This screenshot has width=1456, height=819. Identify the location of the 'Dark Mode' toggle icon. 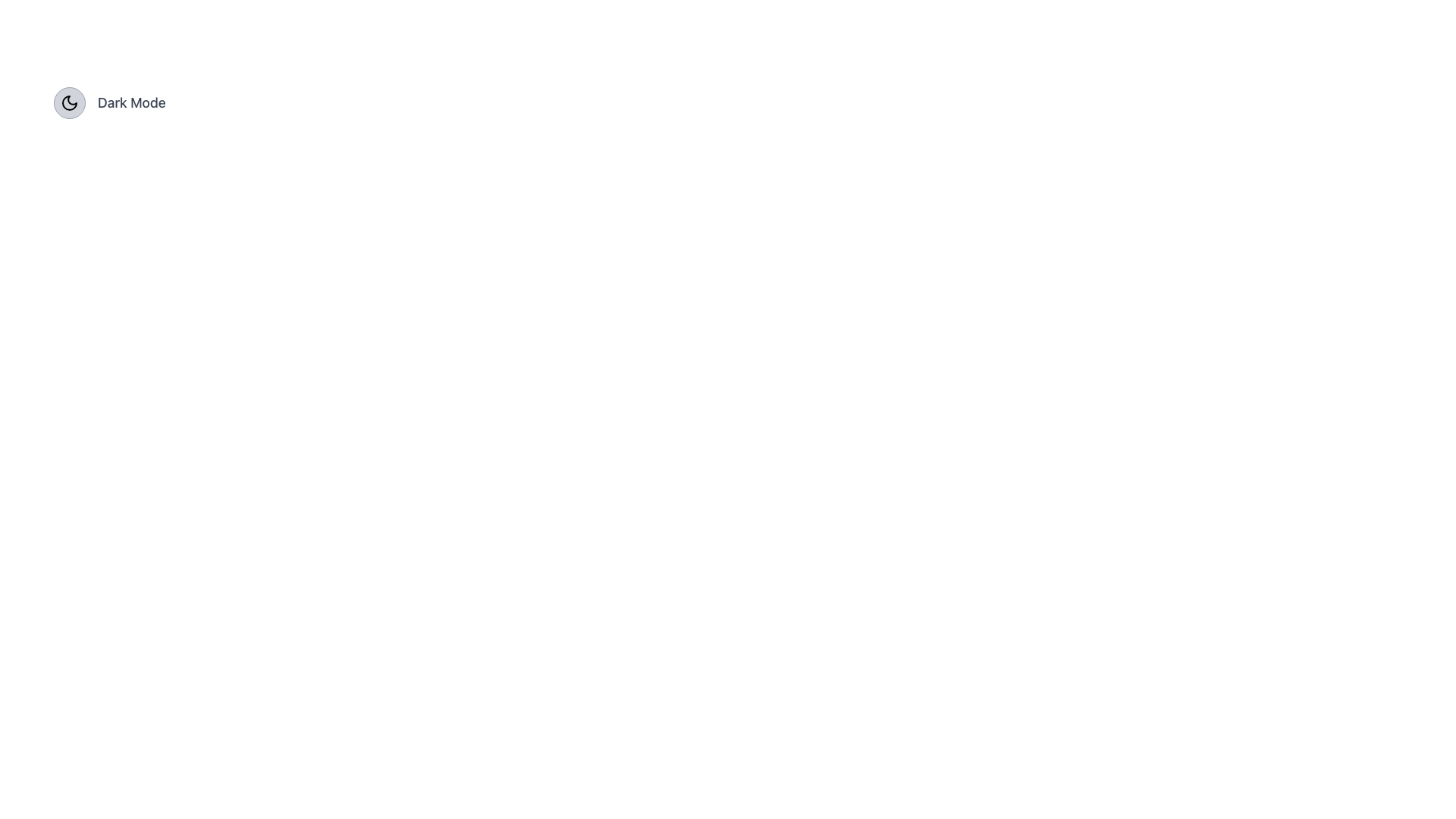
(68, 102).